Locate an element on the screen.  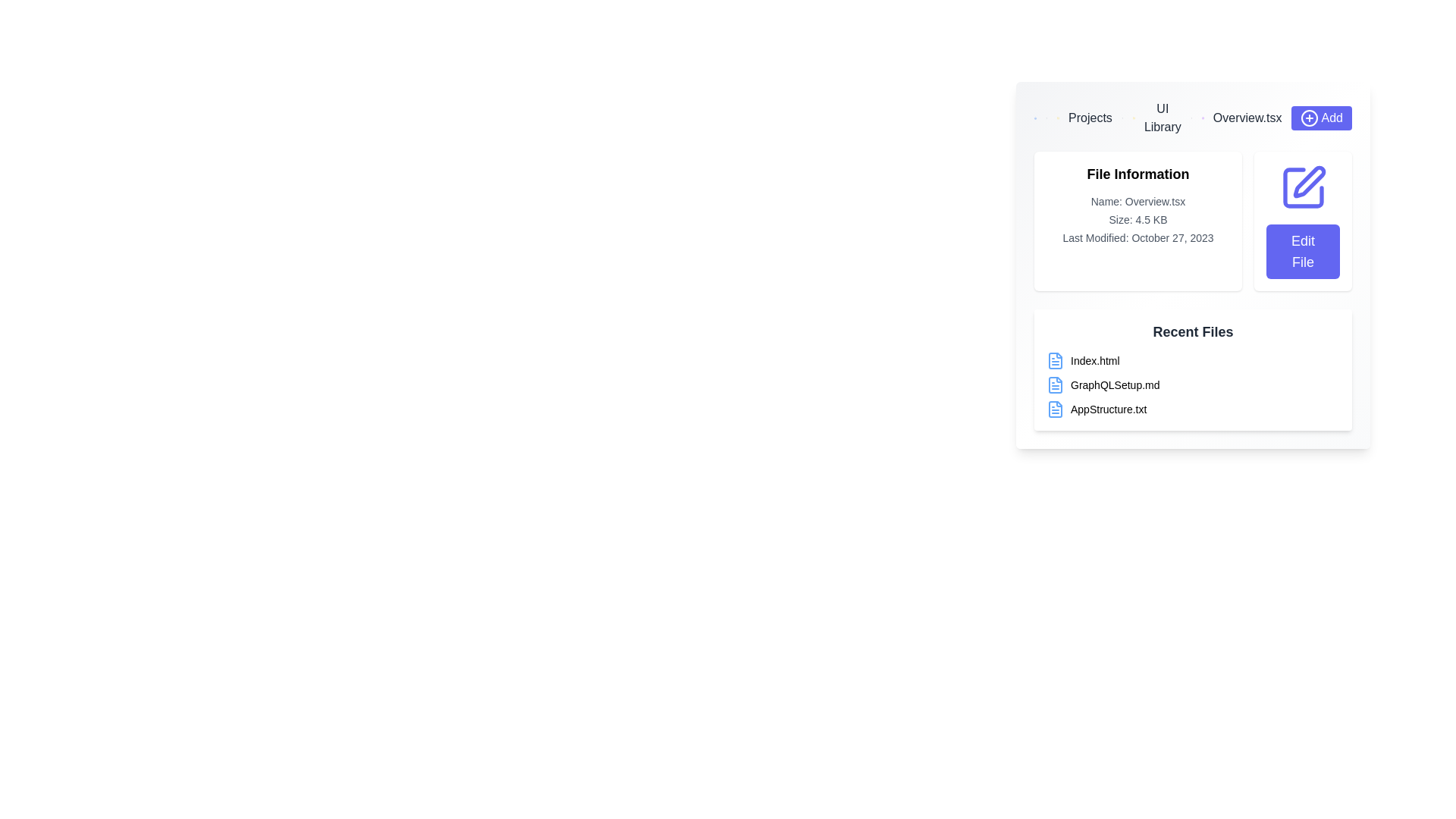
the file entry named 'GraphQLSetup.md' in the 'Recent Files' list is located at coordinates (1192, 384).